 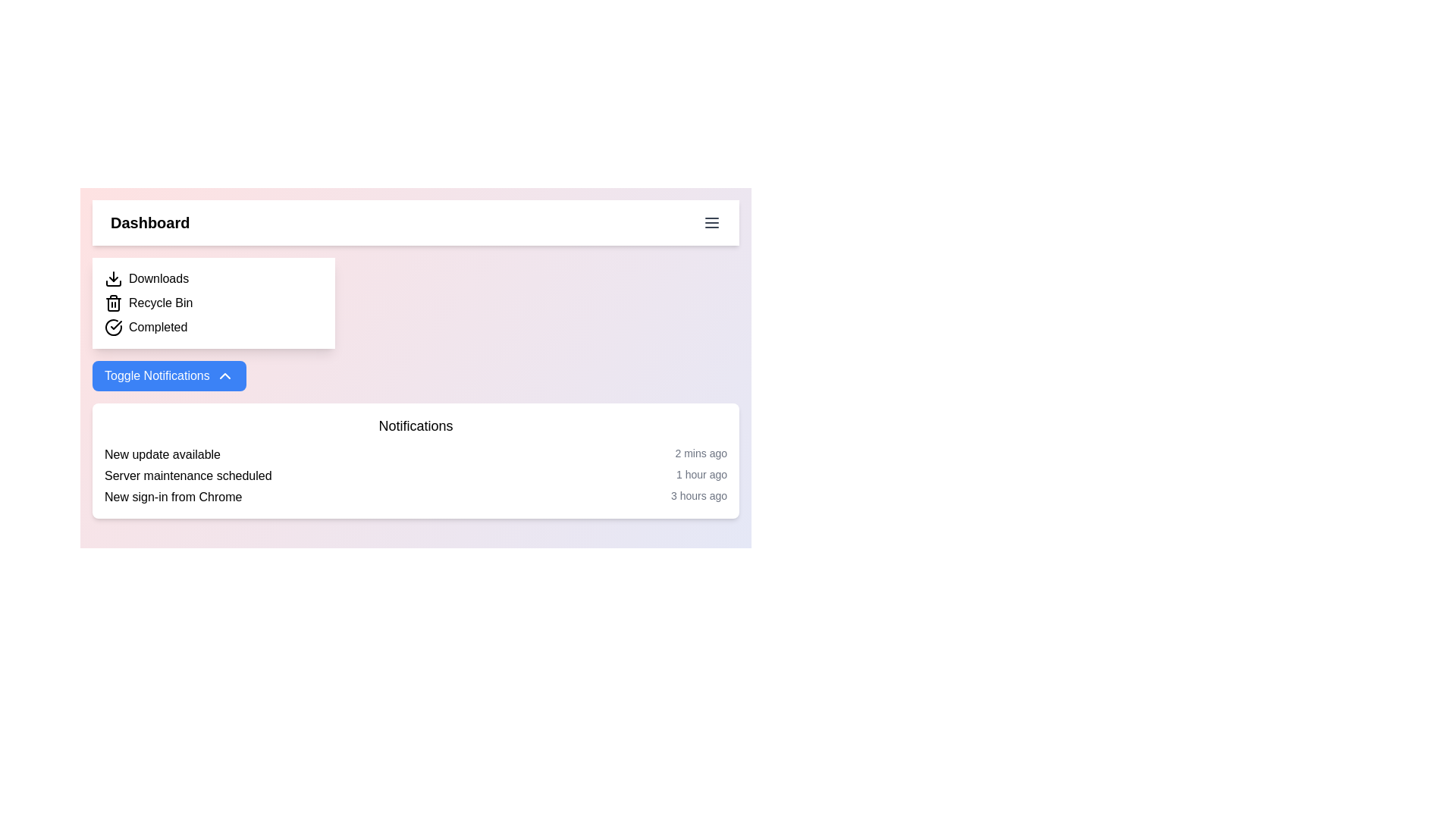 I want to click on the upward-facing chevron icon located at the right edge of the 'Toggle Notifications' button, so click(x=224, y=375).